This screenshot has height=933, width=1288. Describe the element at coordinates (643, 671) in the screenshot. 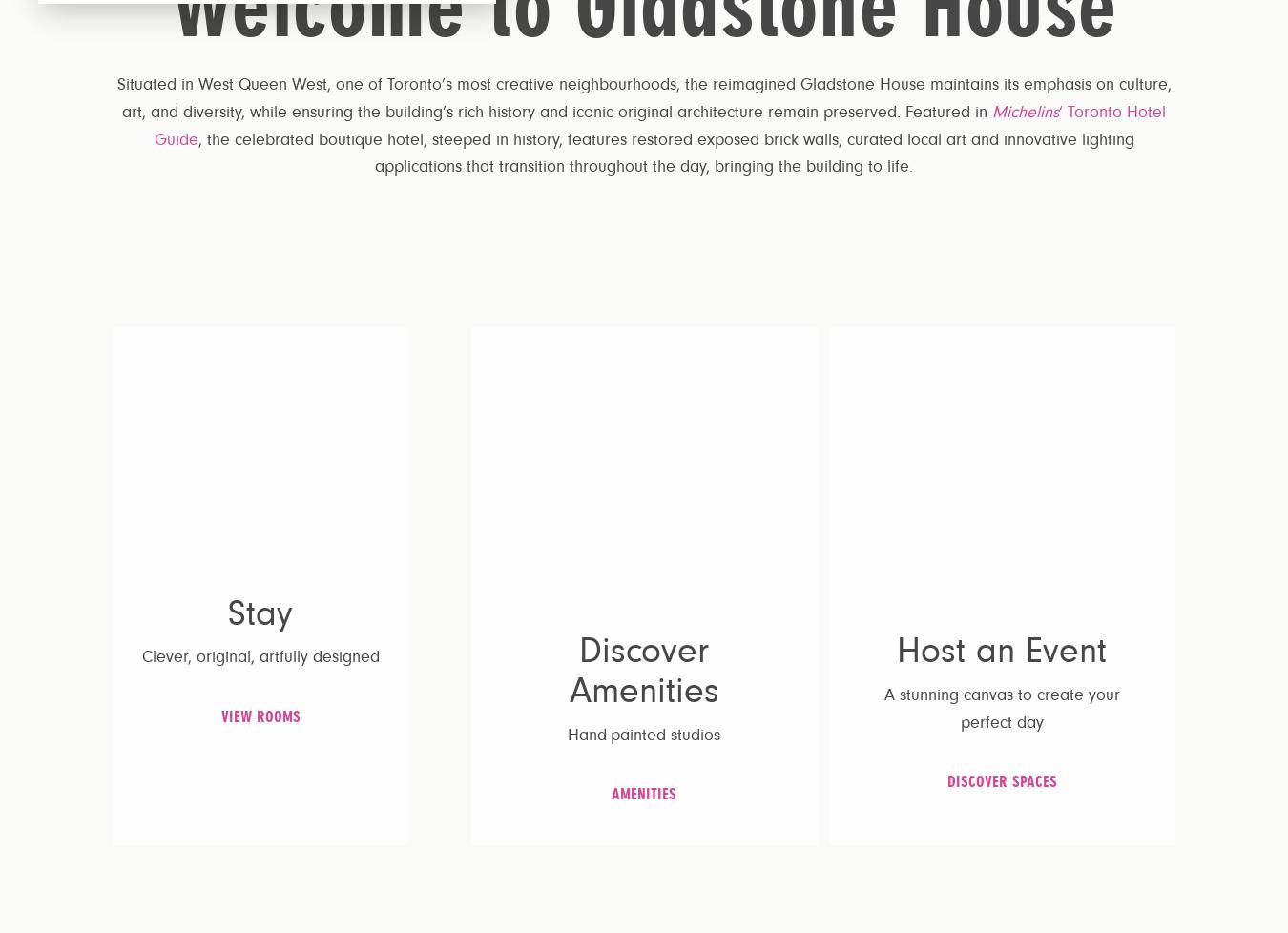

I see `'Discover Amenities'` at that location.